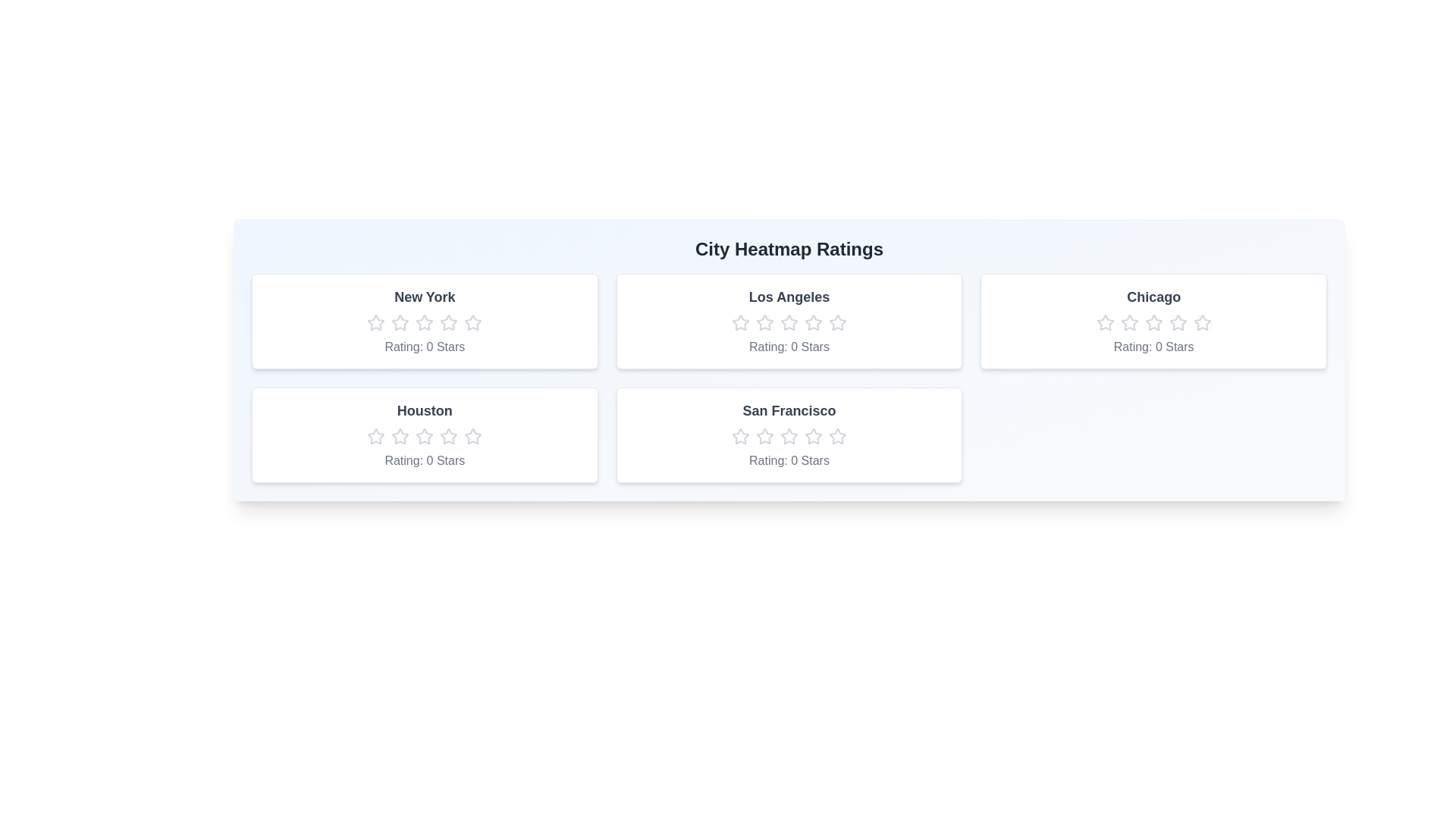  I want to click on the New York rating star number 2, so click(400, 322).